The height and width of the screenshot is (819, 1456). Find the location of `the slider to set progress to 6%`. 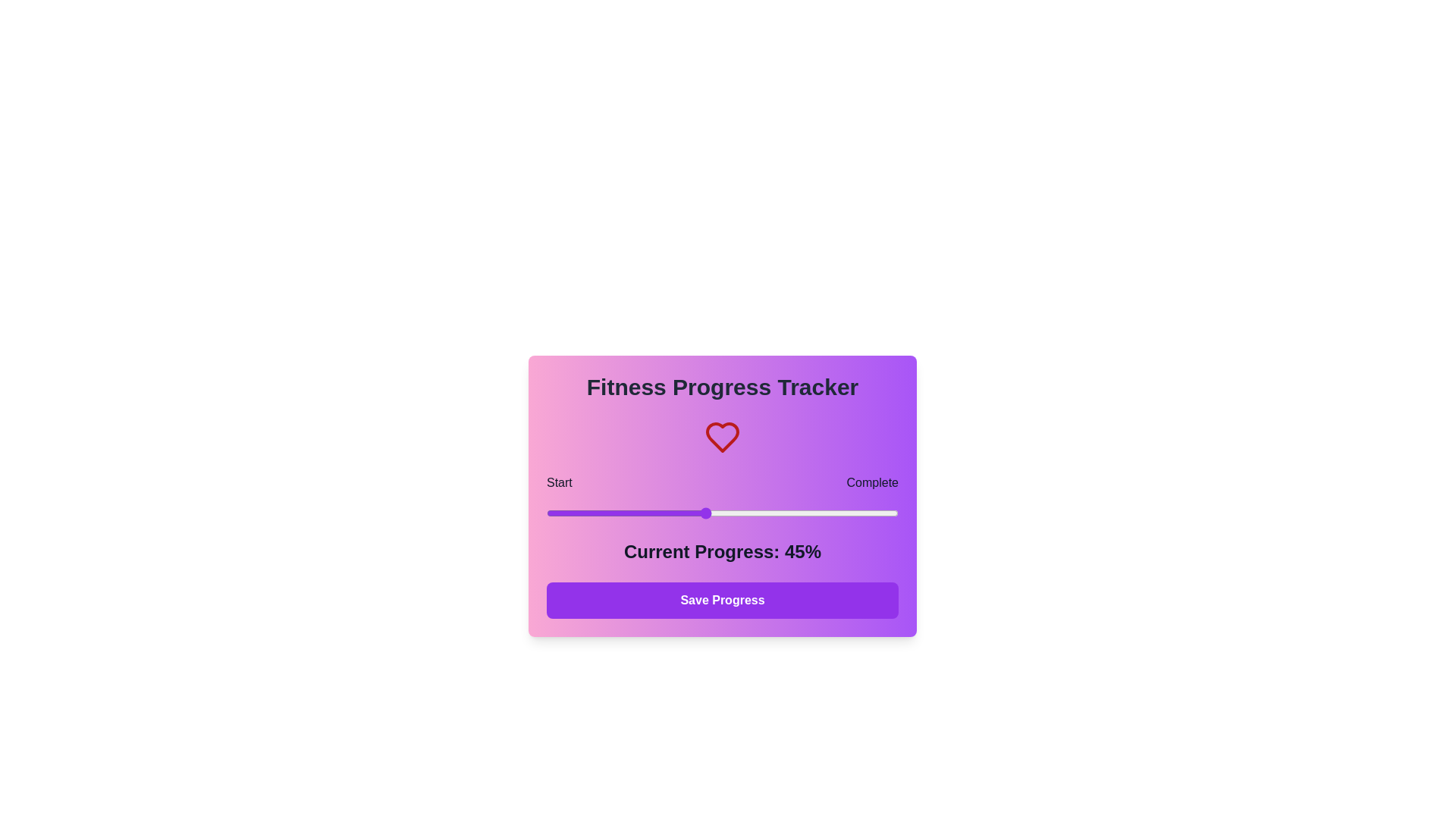

the slider to set progress to 6% is located at coordinates (566, 513).